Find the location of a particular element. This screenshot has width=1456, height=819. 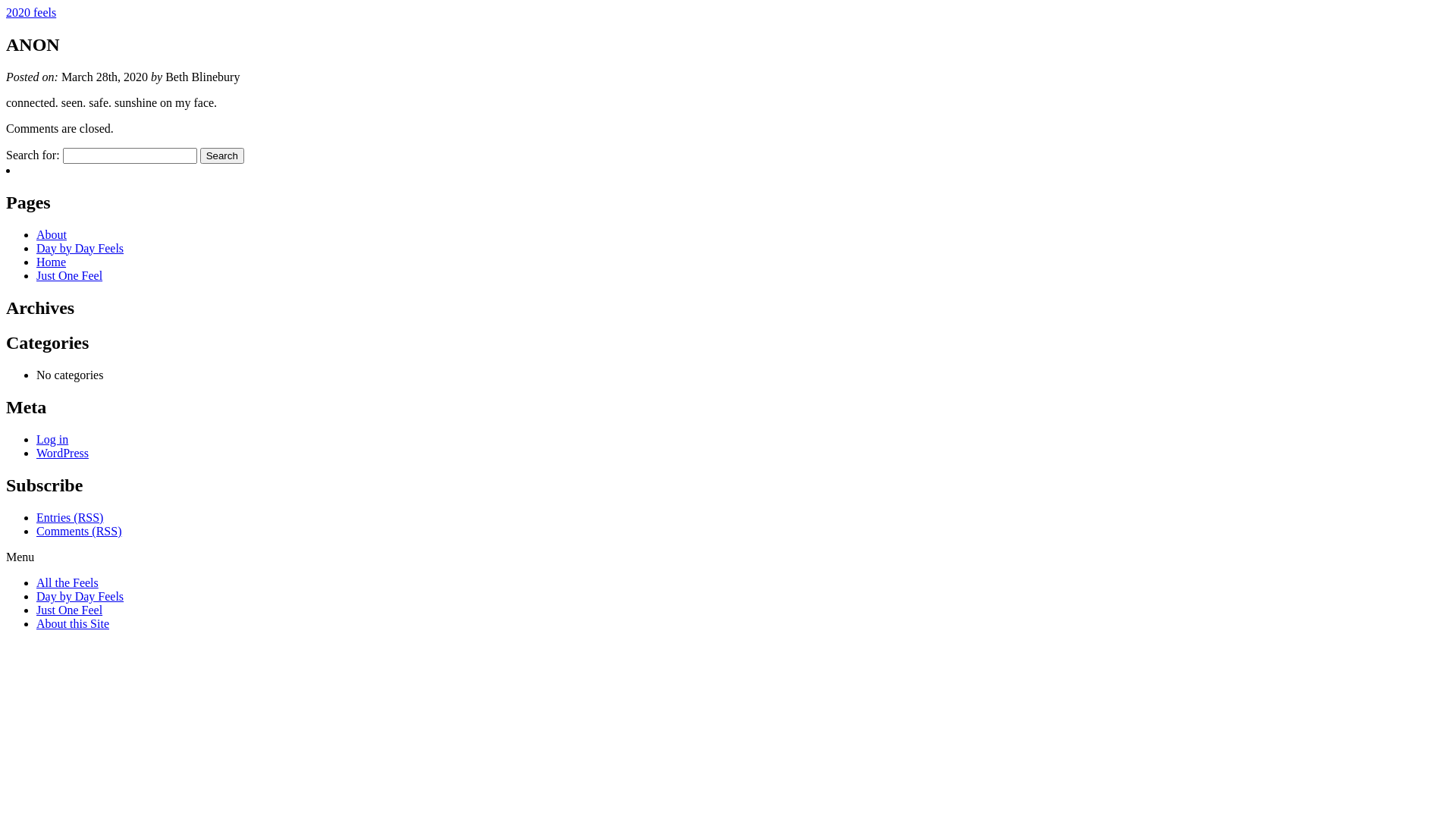

'About' is located at coordinates (36, 234).